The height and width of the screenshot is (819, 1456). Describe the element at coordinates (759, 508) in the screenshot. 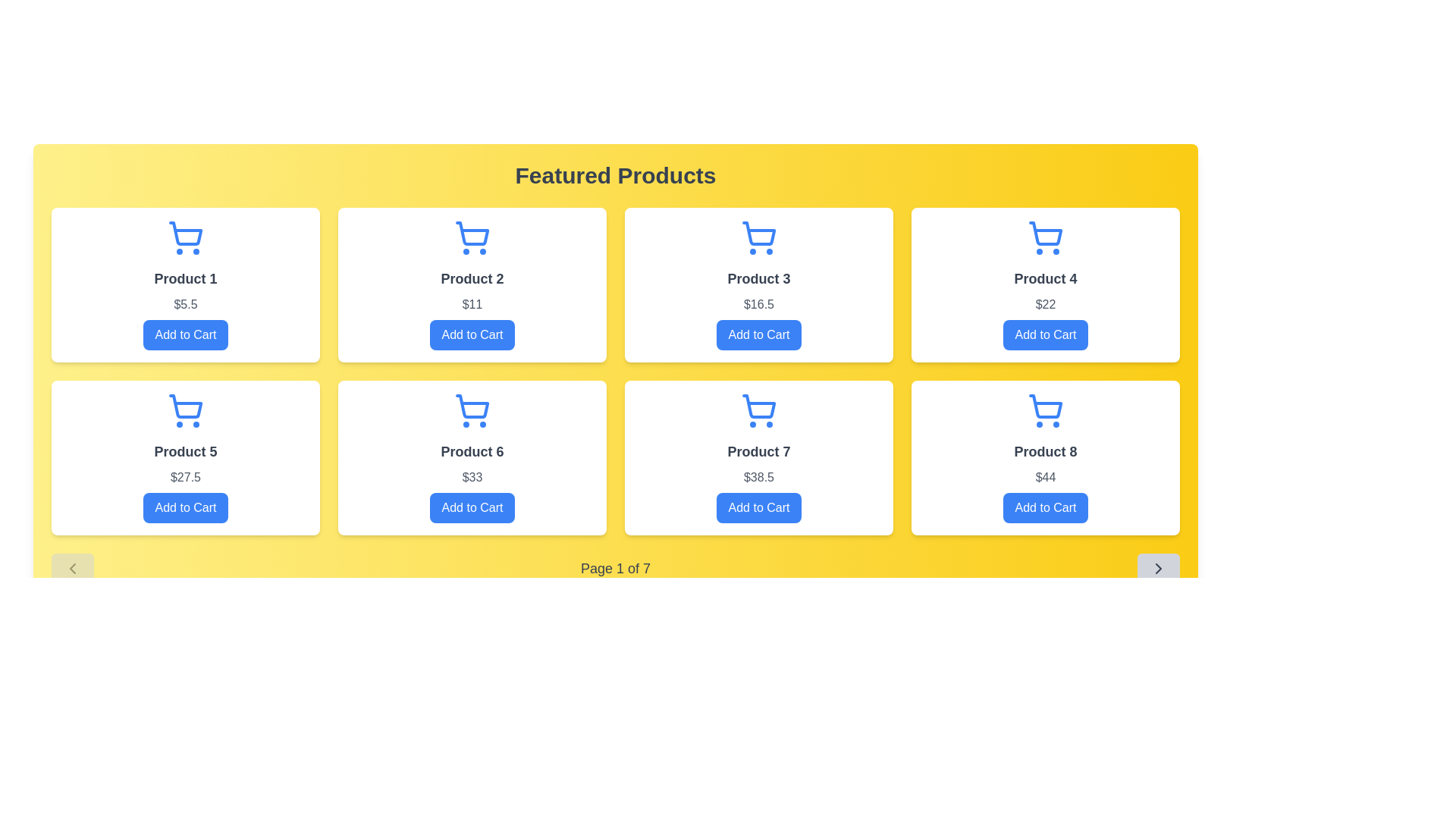

I see `the 'Add to Cart' button with a blue background and white text` at that location.